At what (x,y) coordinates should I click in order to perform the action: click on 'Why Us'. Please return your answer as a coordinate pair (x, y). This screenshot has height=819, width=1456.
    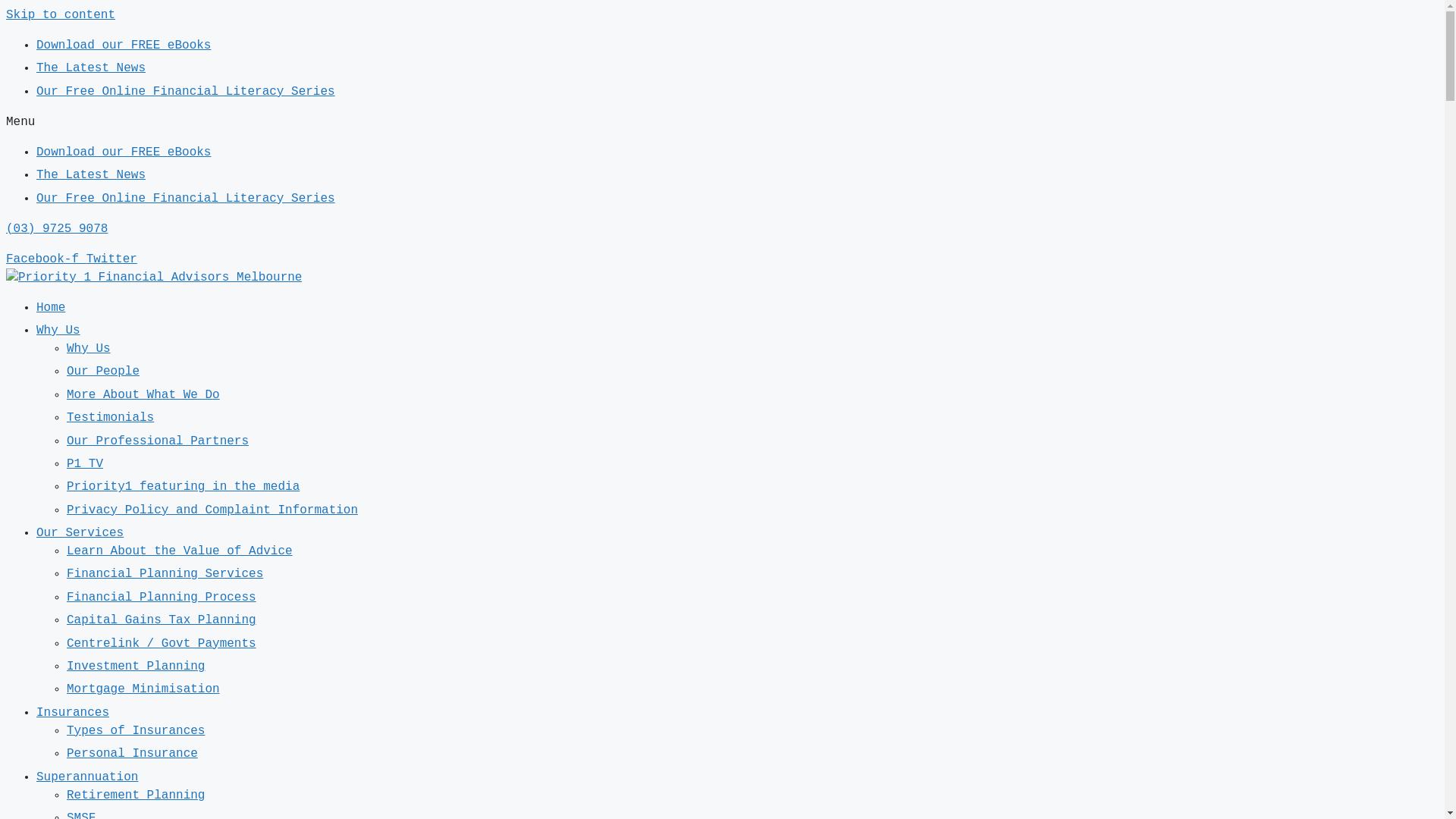
    Looking at the image, I should click on (58, 329).